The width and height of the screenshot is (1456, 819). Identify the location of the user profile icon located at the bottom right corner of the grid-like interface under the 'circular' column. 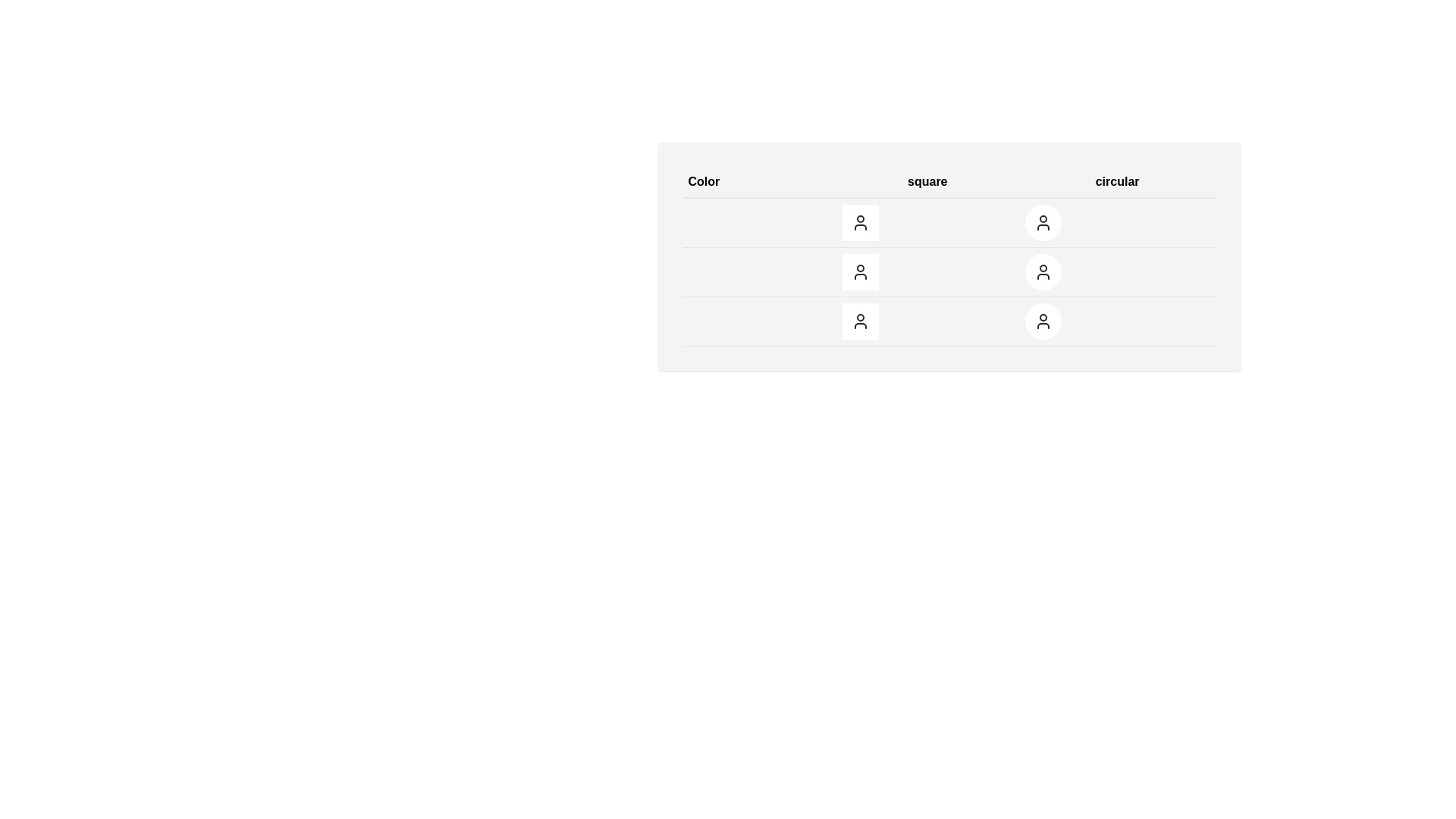
(1042, 321).